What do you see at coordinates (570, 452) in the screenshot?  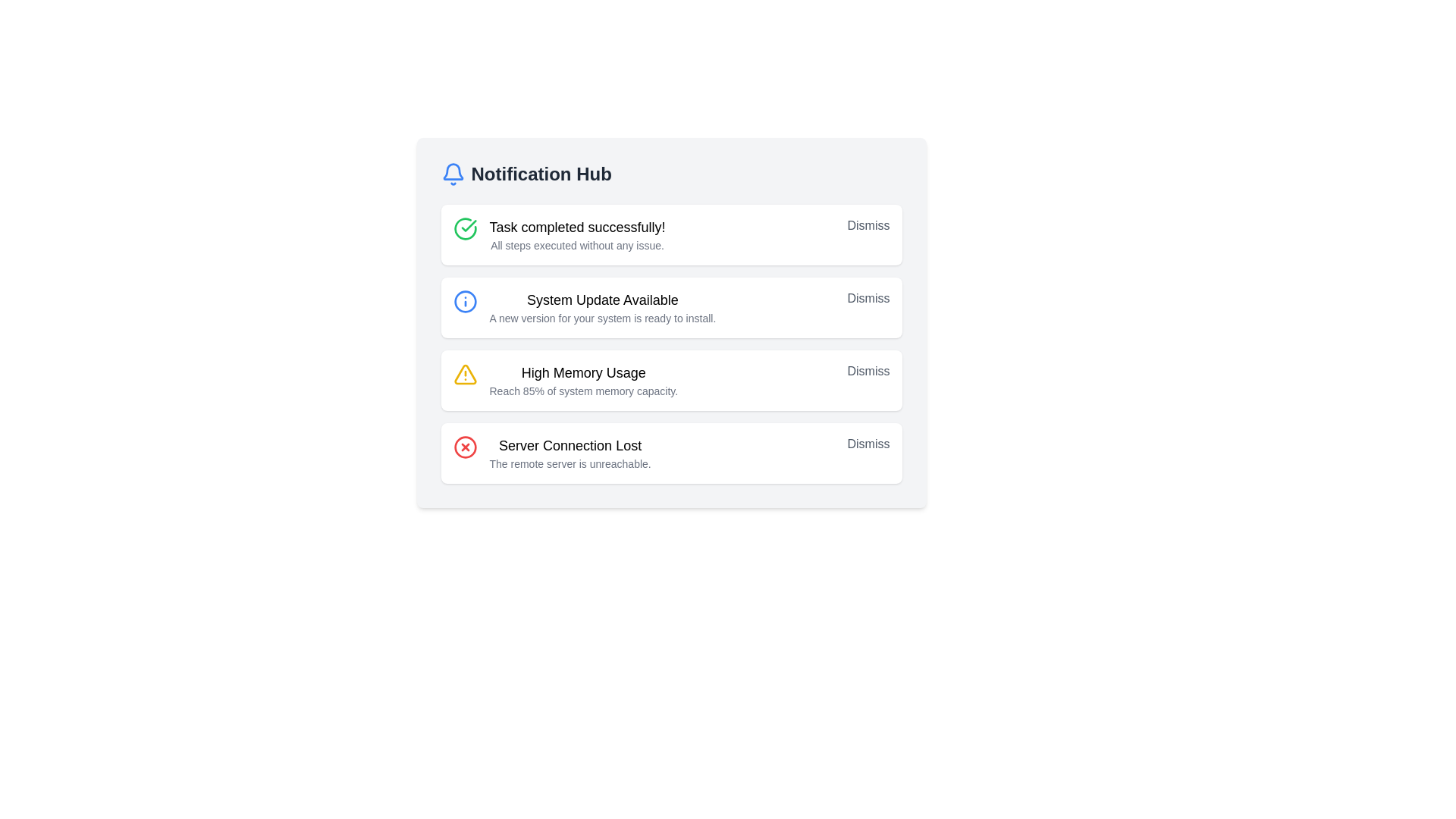 I see `the Notification message indicating a server connection issue, which is the last item in the notification panel, positioned below the 'High Memory Usage' notification` at bounding box center [570, 452].